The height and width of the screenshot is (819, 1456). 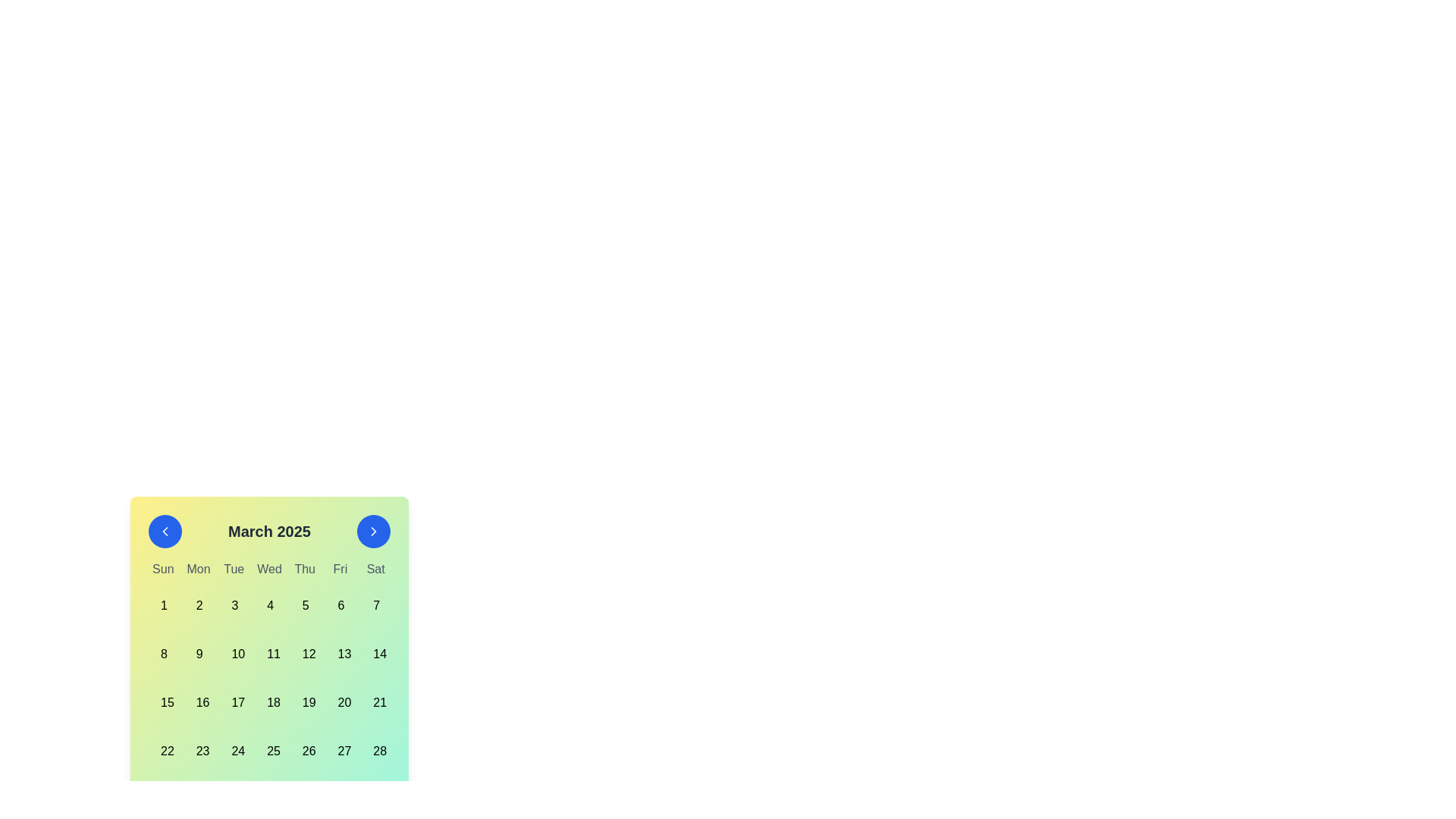 I want to click on the rounded square button labeled '13' in the calendar grid, so click(x=339, y=654).